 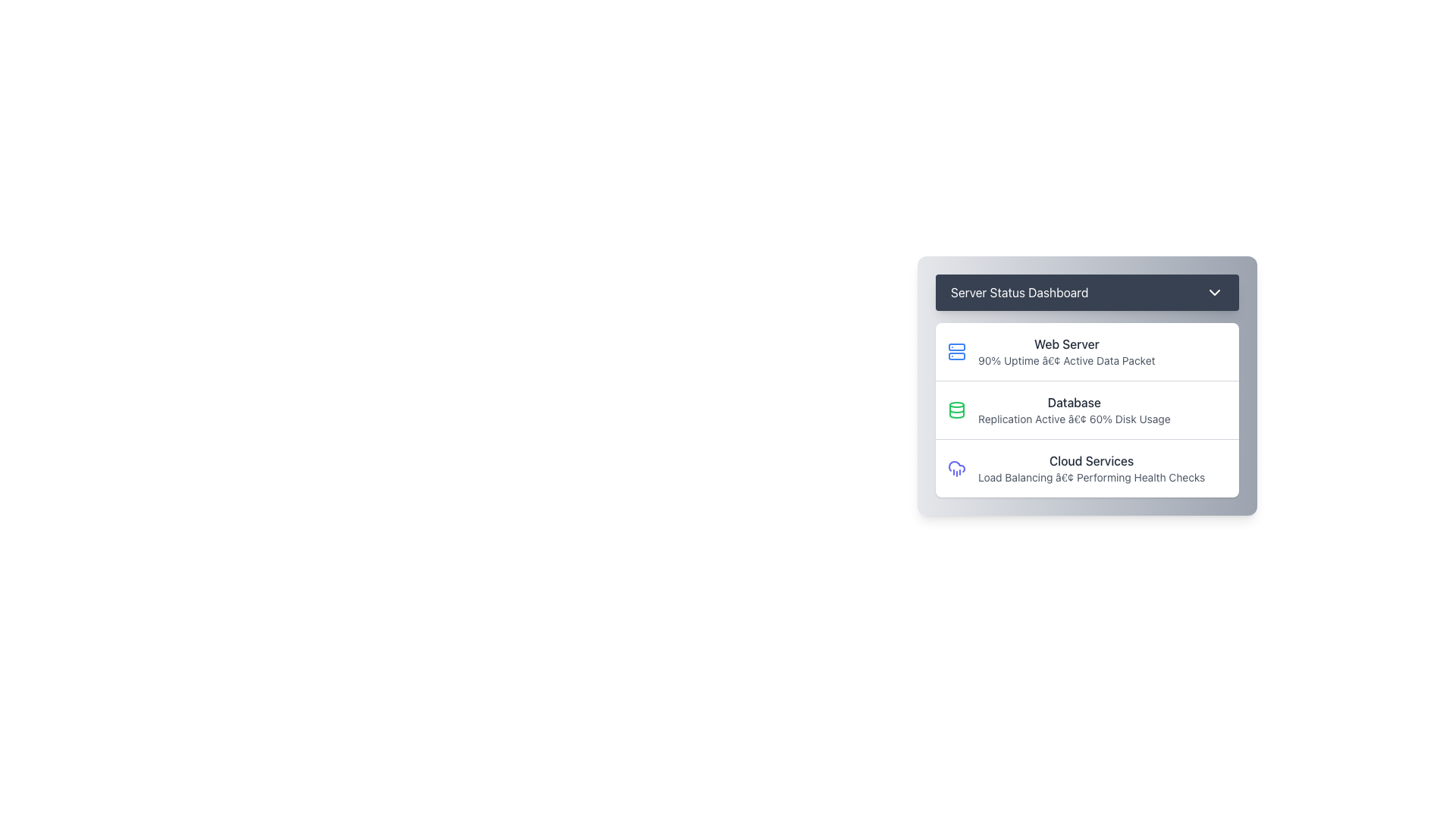 What do you see at coordinates (1090, 467) in the screenshot?
I see `the 'Cloud Services' label which shows 'Load Balancing • Performing Health Checks' and is the third item in the vertical list of the 'Server Status Dashboard' card` at bounding box center [1090, 467].